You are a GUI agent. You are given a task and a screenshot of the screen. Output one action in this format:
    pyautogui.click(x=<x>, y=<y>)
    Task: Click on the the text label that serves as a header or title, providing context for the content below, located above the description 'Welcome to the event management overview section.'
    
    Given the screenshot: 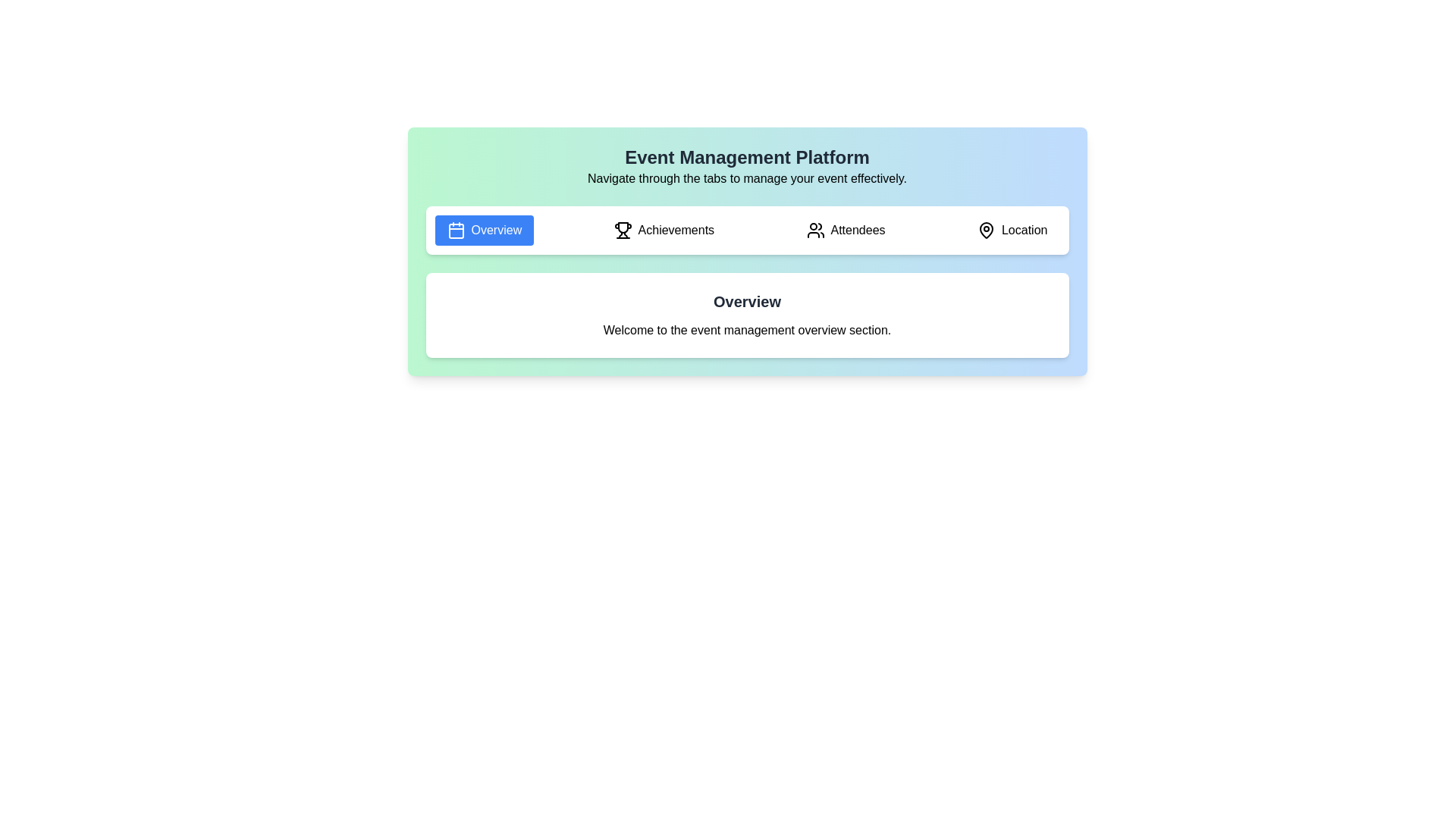 What is the action you would take?
    pyautogui.click(x=747, y=301)
    